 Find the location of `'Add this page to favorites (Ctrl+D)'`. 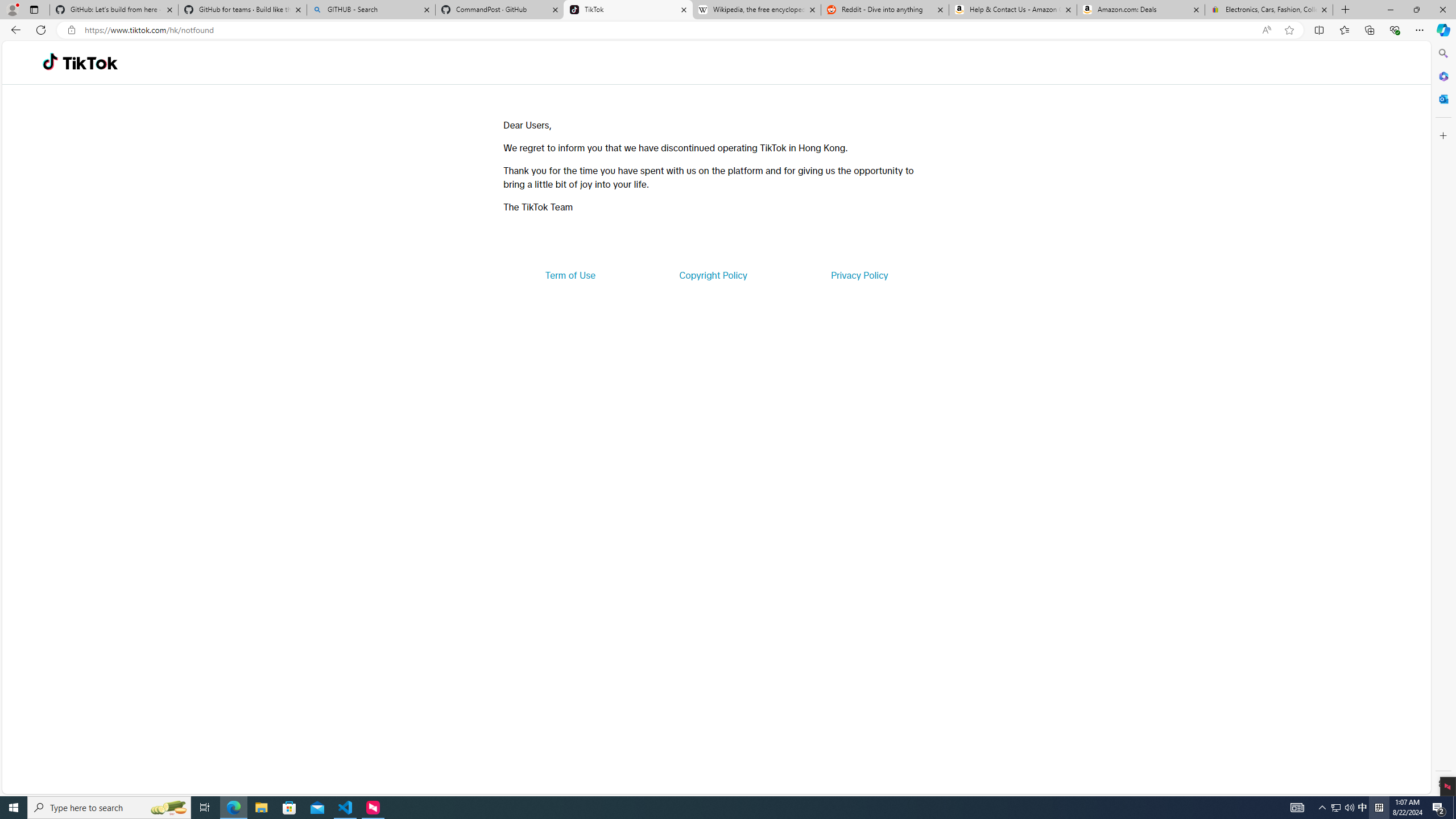

'Add this page to favorites (Ctrl+D)' is located at coordinates (1289, 30).